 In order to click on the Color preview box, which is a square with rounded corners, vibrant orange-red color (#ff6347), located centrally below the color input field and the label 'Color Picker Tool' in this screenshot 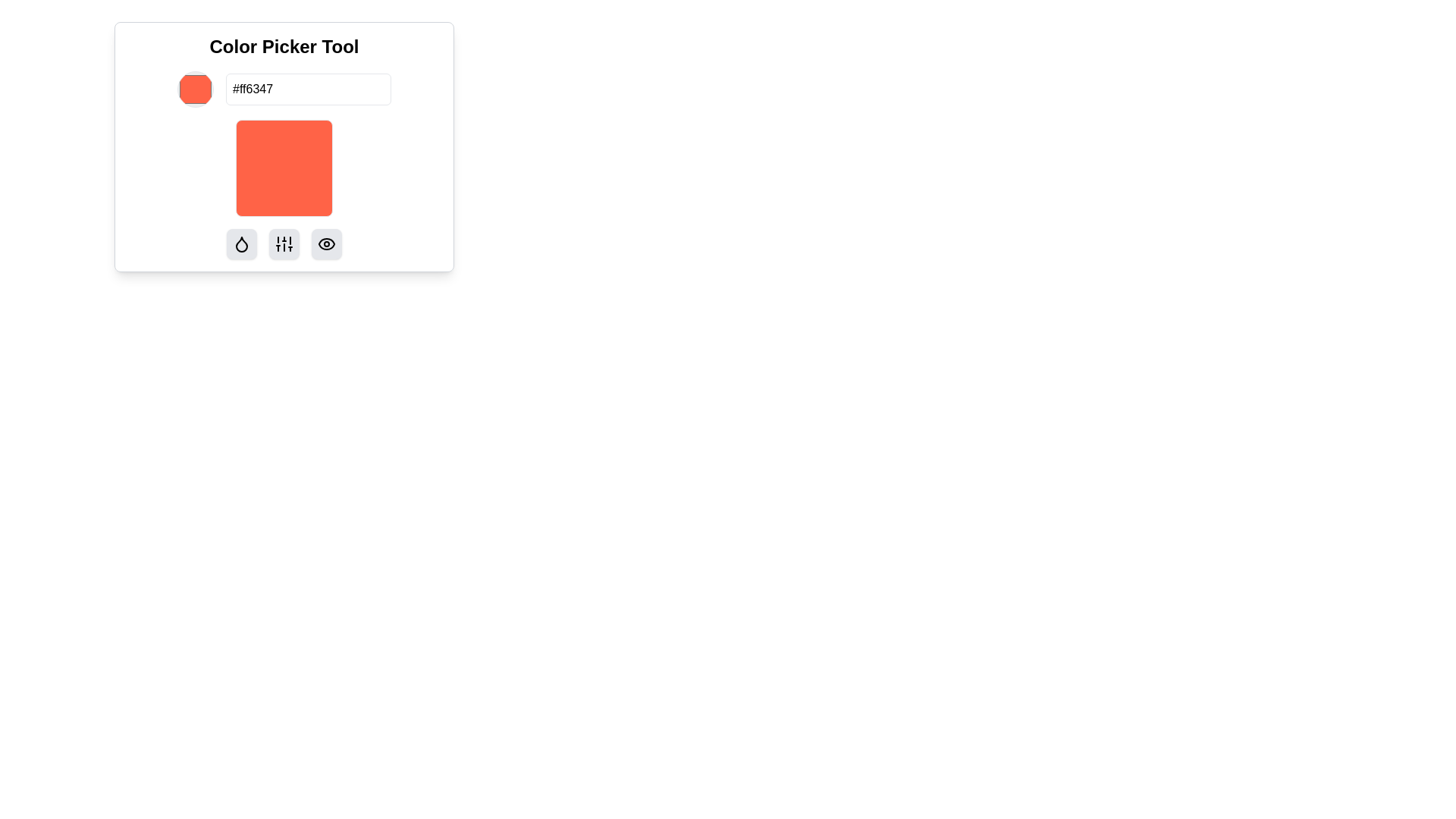, I will do `click(284, 168)`.